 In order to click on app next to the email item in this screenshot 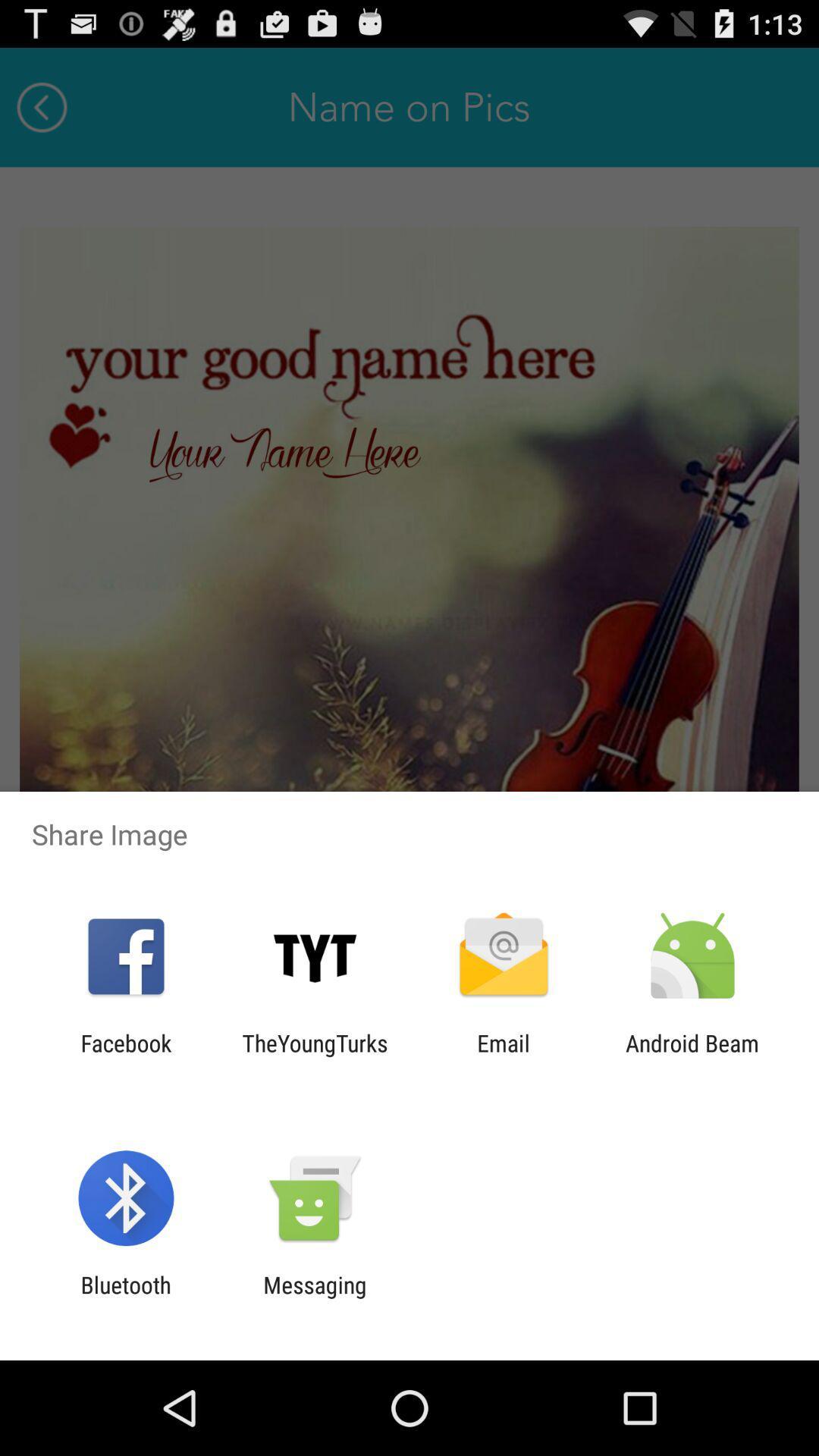, I will do `click(692, 1056)`.